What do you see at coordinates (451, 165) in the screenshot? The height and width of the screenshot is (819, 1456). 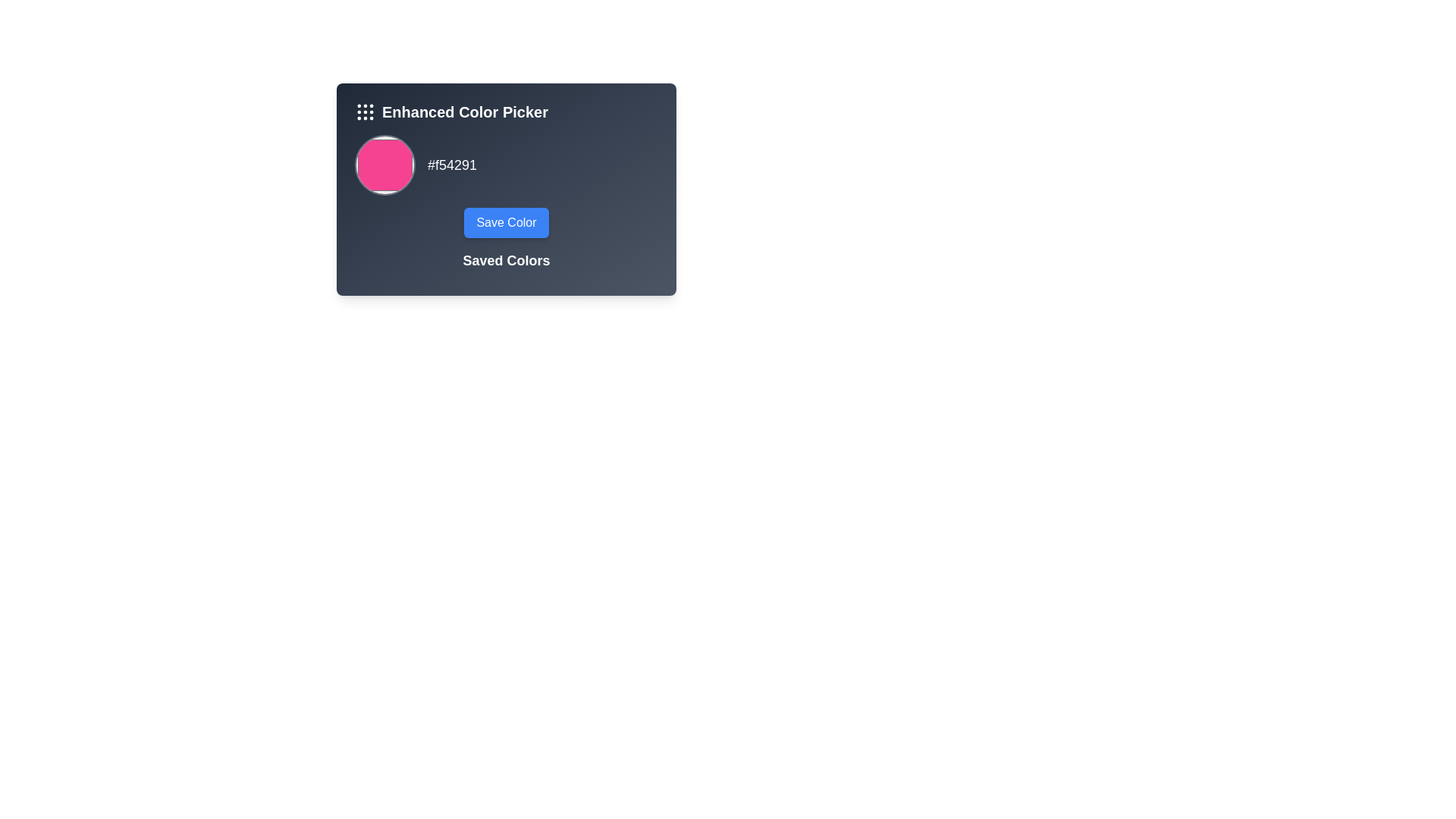 I see `hexadecimal color code displayed in the label to the right of the circular color preview swatch` at bounding box center [451, 165].